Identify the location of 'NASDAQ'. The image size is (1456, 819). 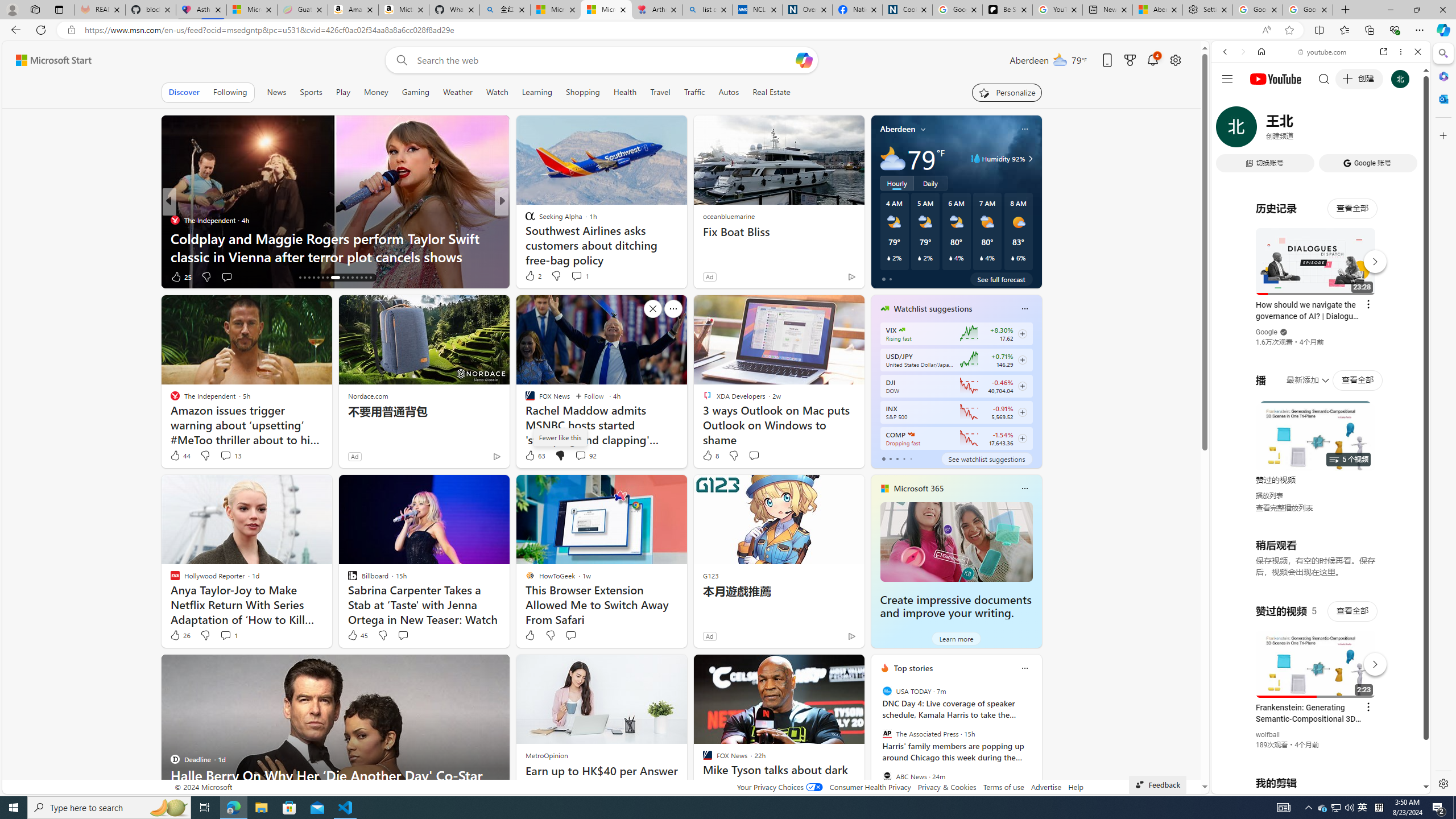
(911, 433).